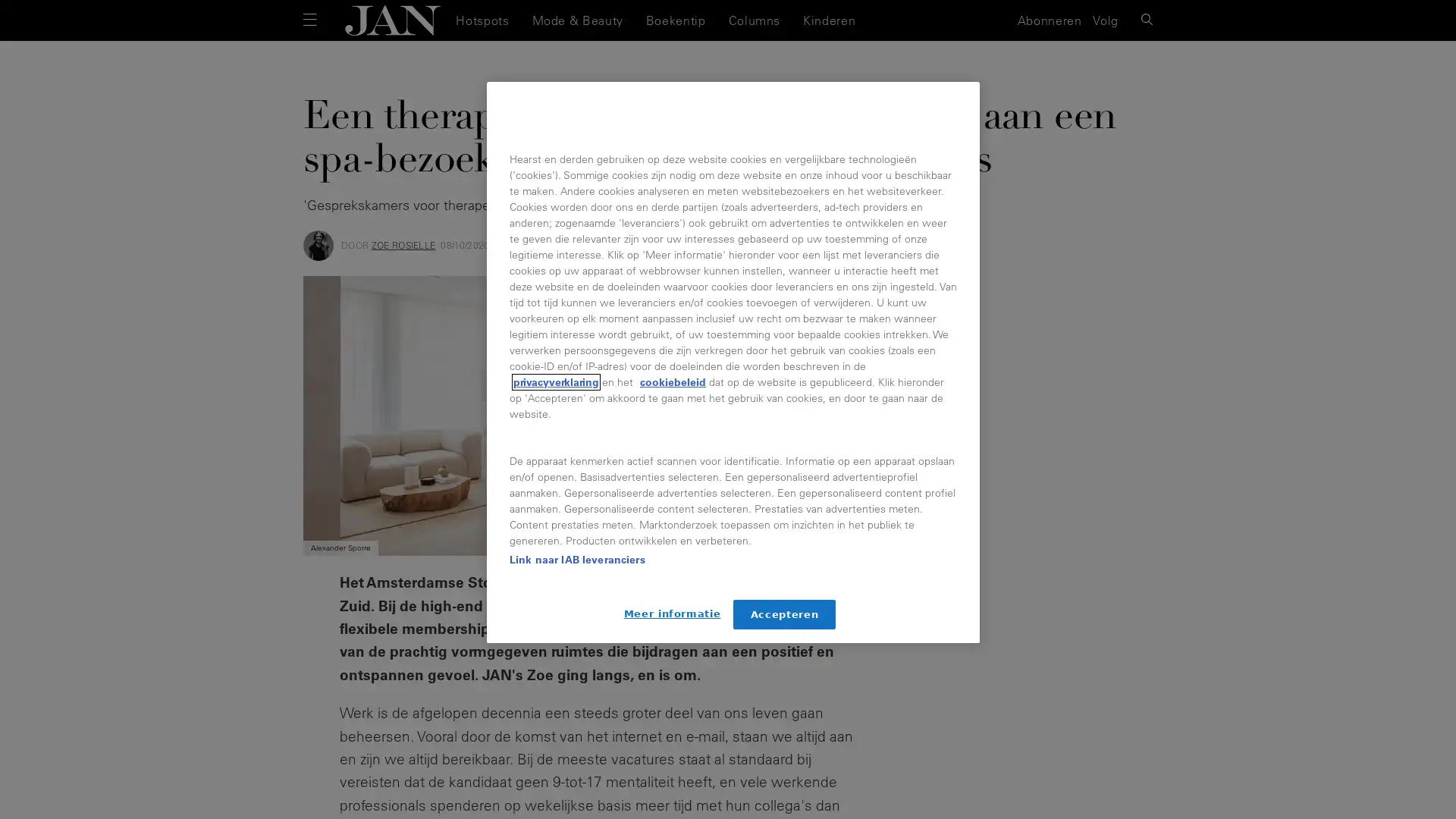 Image resolution: width=1456 pixels, height=819 pixels. I want to click on Meer informatie, so click(671, 613).